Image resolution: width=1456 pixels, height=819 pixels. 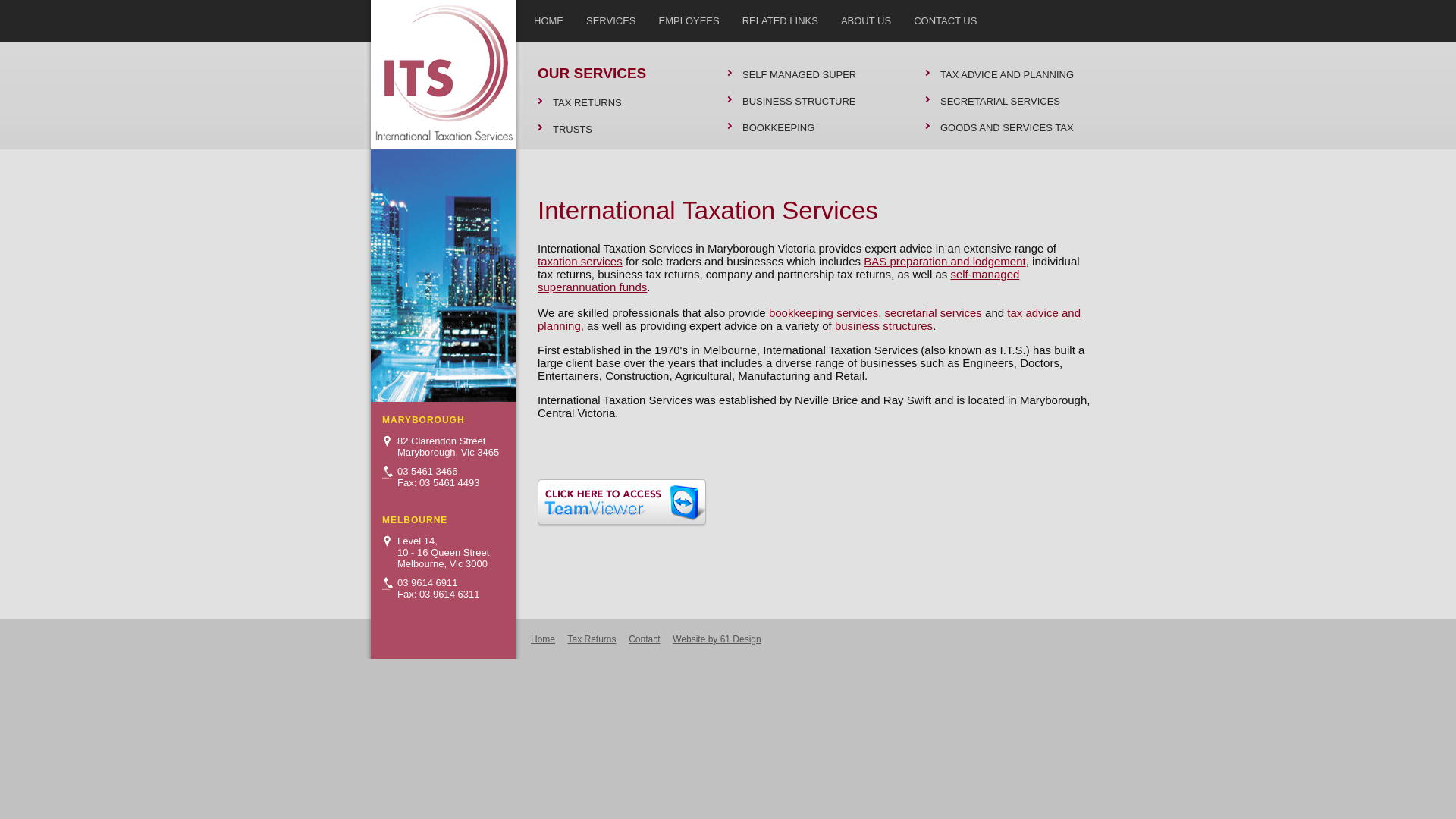 What do you see at coordinates (548, 18) in the screenshot?
I see `'HOME'` at bounding box center [548, 18].